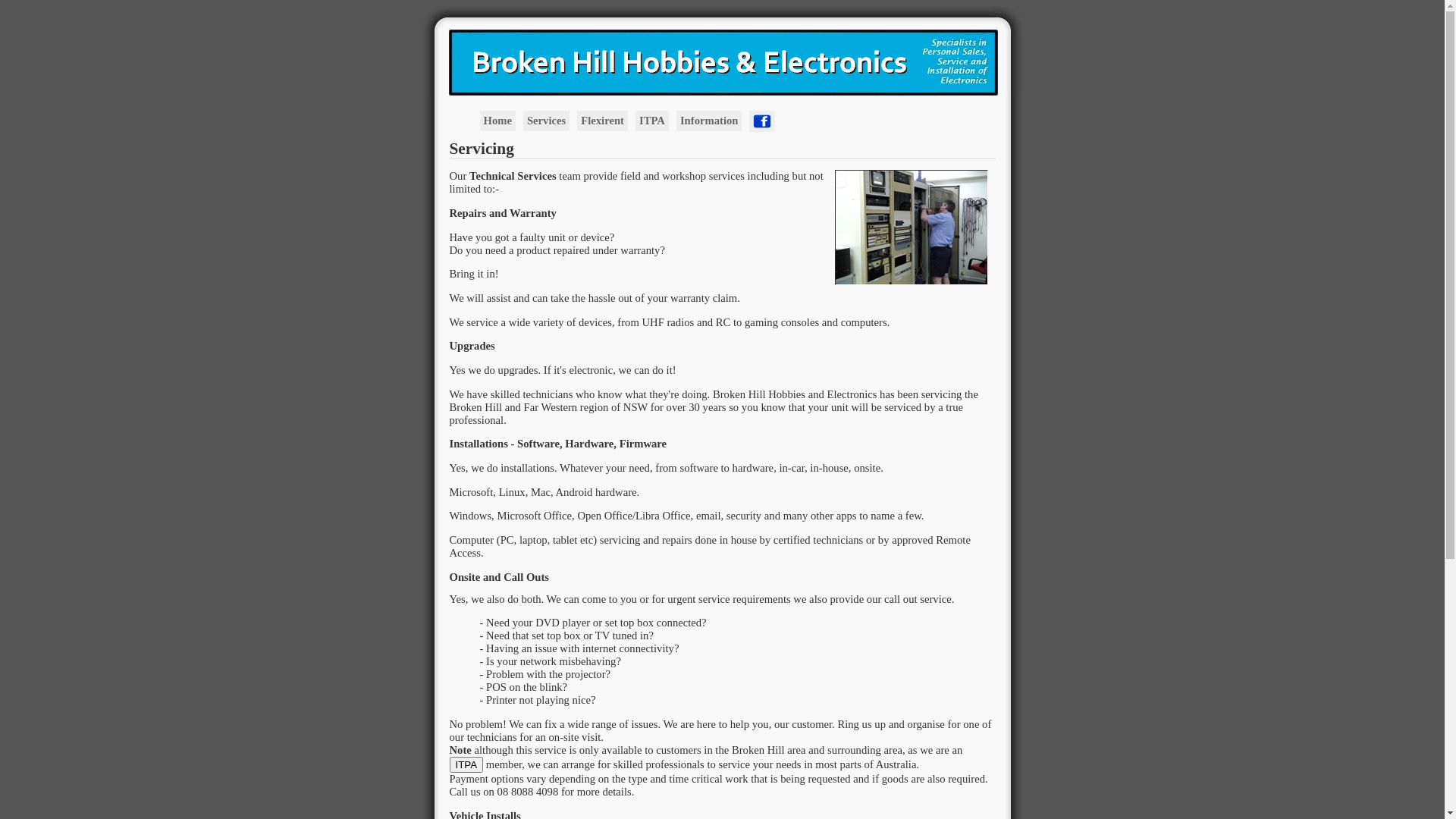  What do you see at coordinates (708, 120) in the screenshot?
I see `'Information'` at bounding box center [708, 120].